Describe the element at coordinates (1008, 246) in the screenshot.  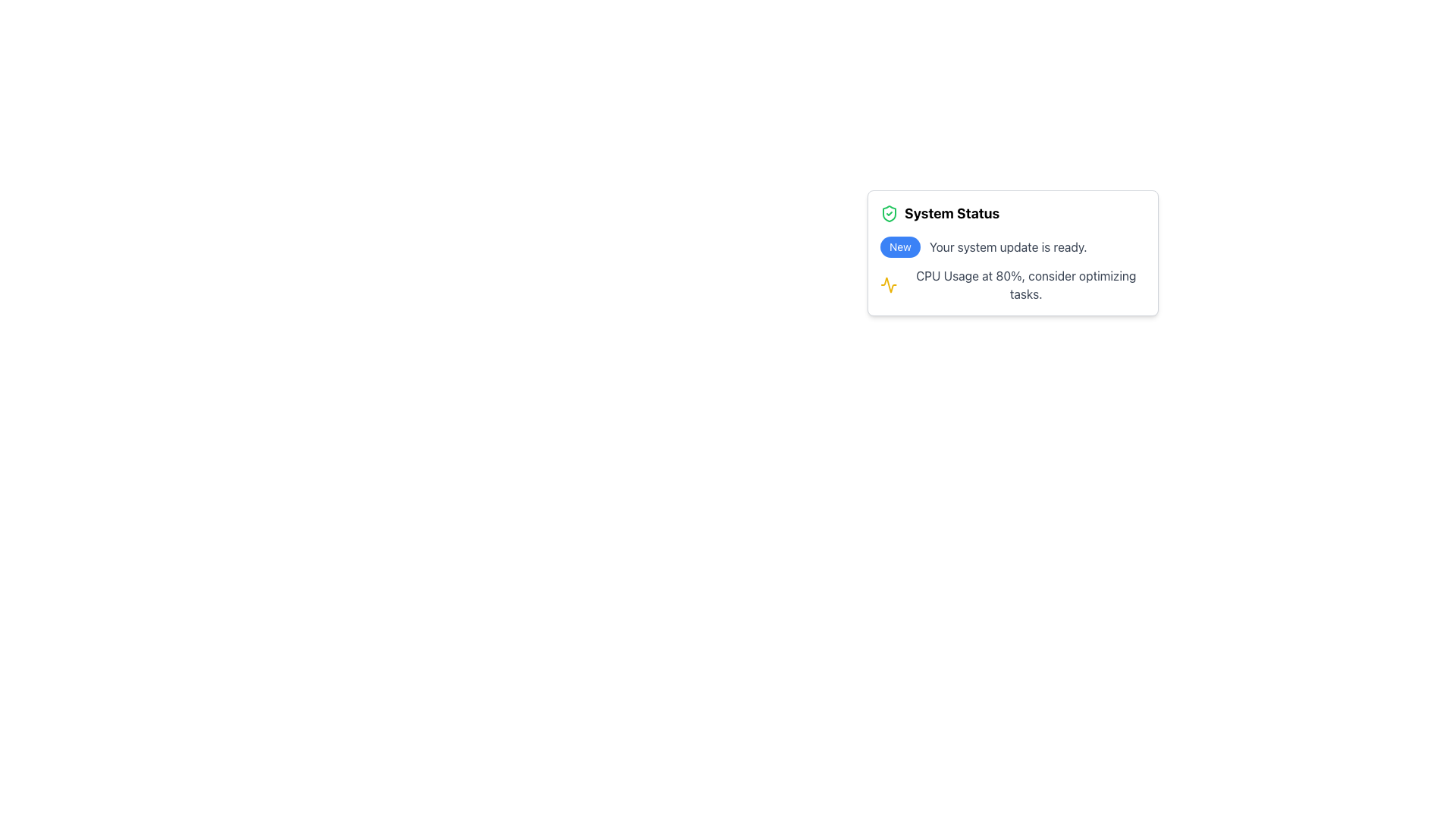
I see `the main message static text that informs users about a system update, located in the middle section of the 'System Status' card, to the right of the 'New' badge and above the CPU usage text` at that location.